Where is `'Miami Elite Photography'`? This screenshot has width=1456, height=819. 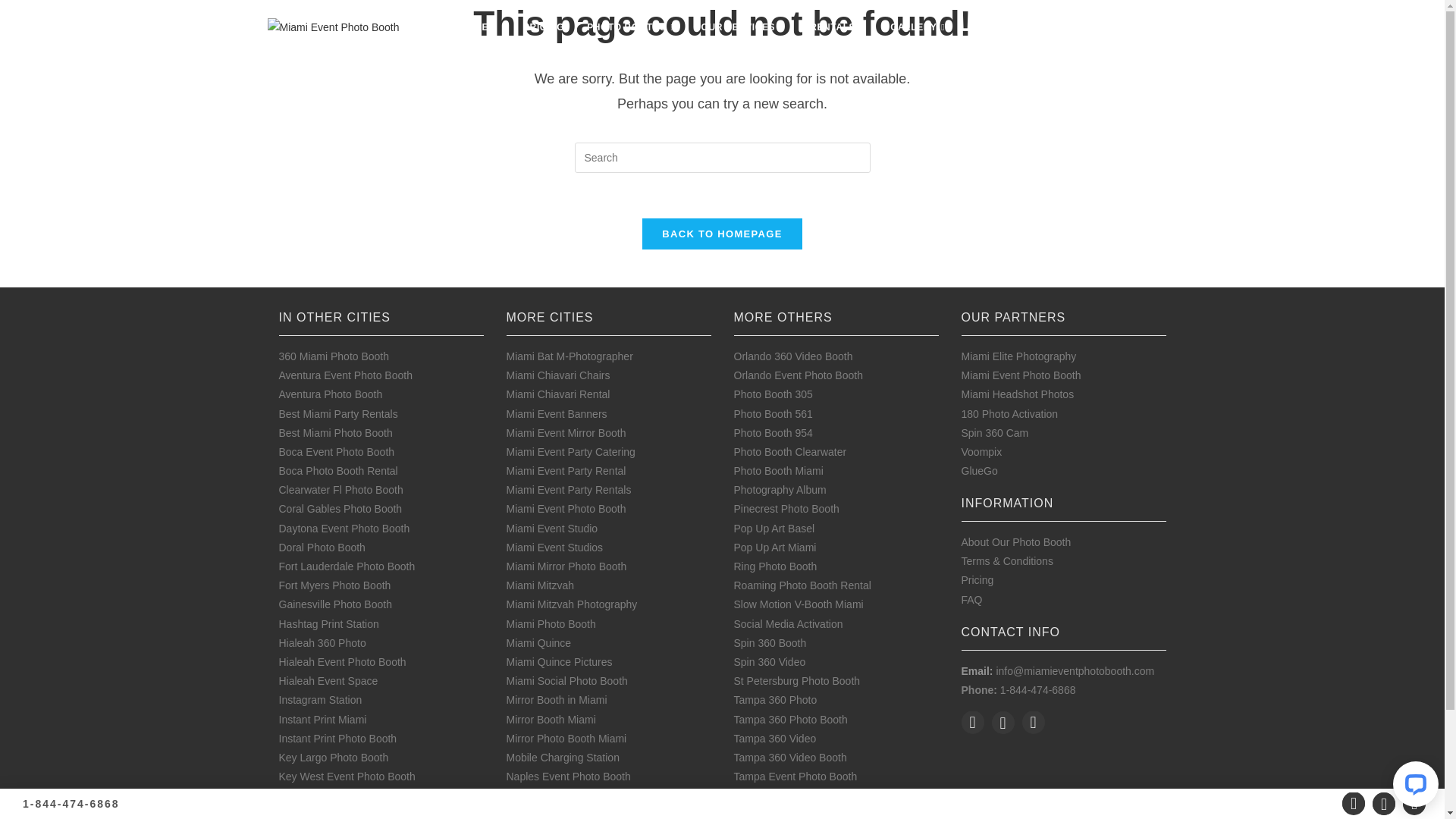
'Miami Elite Photography' is located at coordinates (1019, 356).